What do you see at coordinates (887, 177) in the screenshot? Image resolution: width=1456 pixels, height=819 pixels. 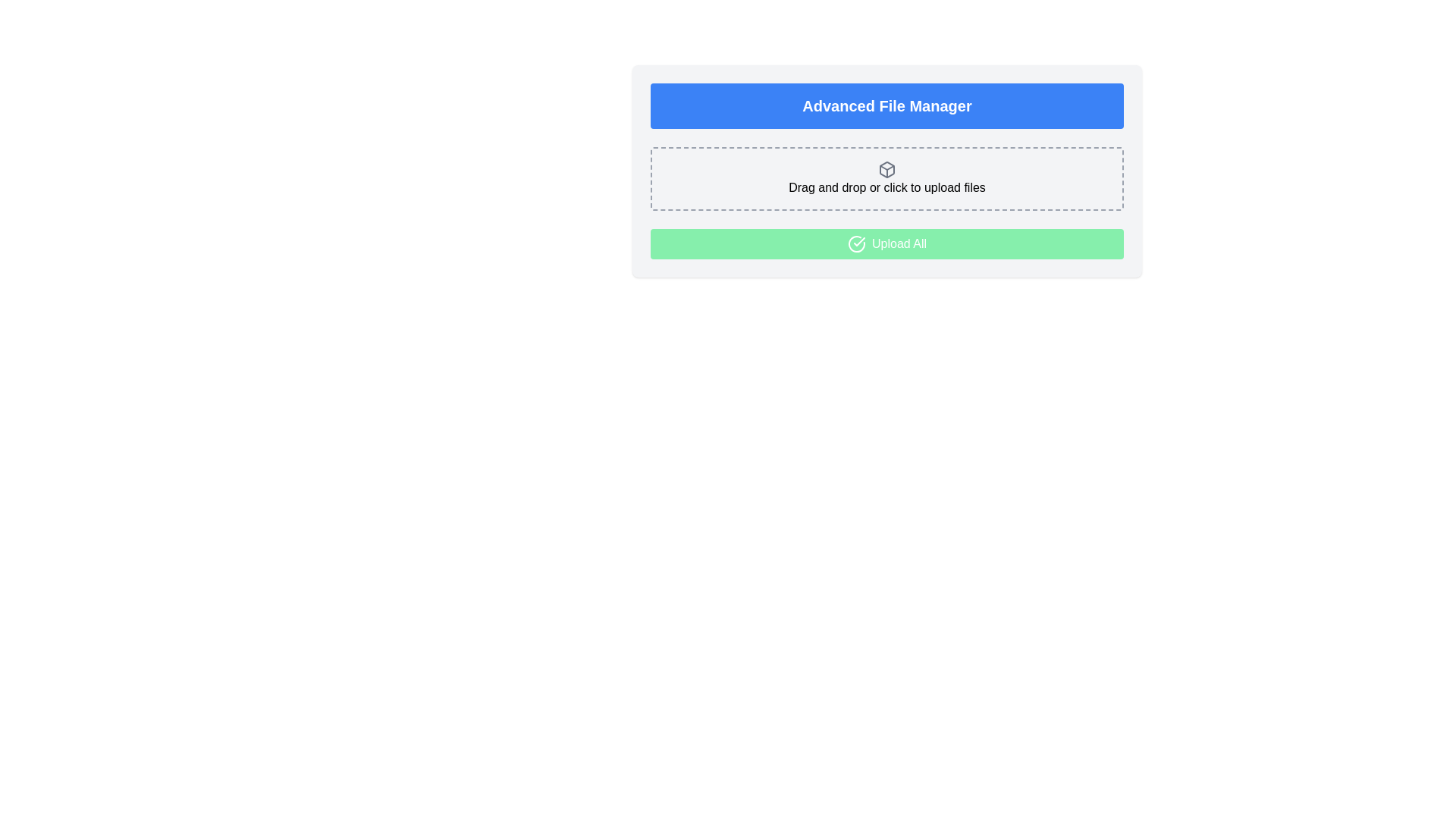 I see `the Dropzone area within the 'Advanced File Manager' section` at bounding box center [887, 177].